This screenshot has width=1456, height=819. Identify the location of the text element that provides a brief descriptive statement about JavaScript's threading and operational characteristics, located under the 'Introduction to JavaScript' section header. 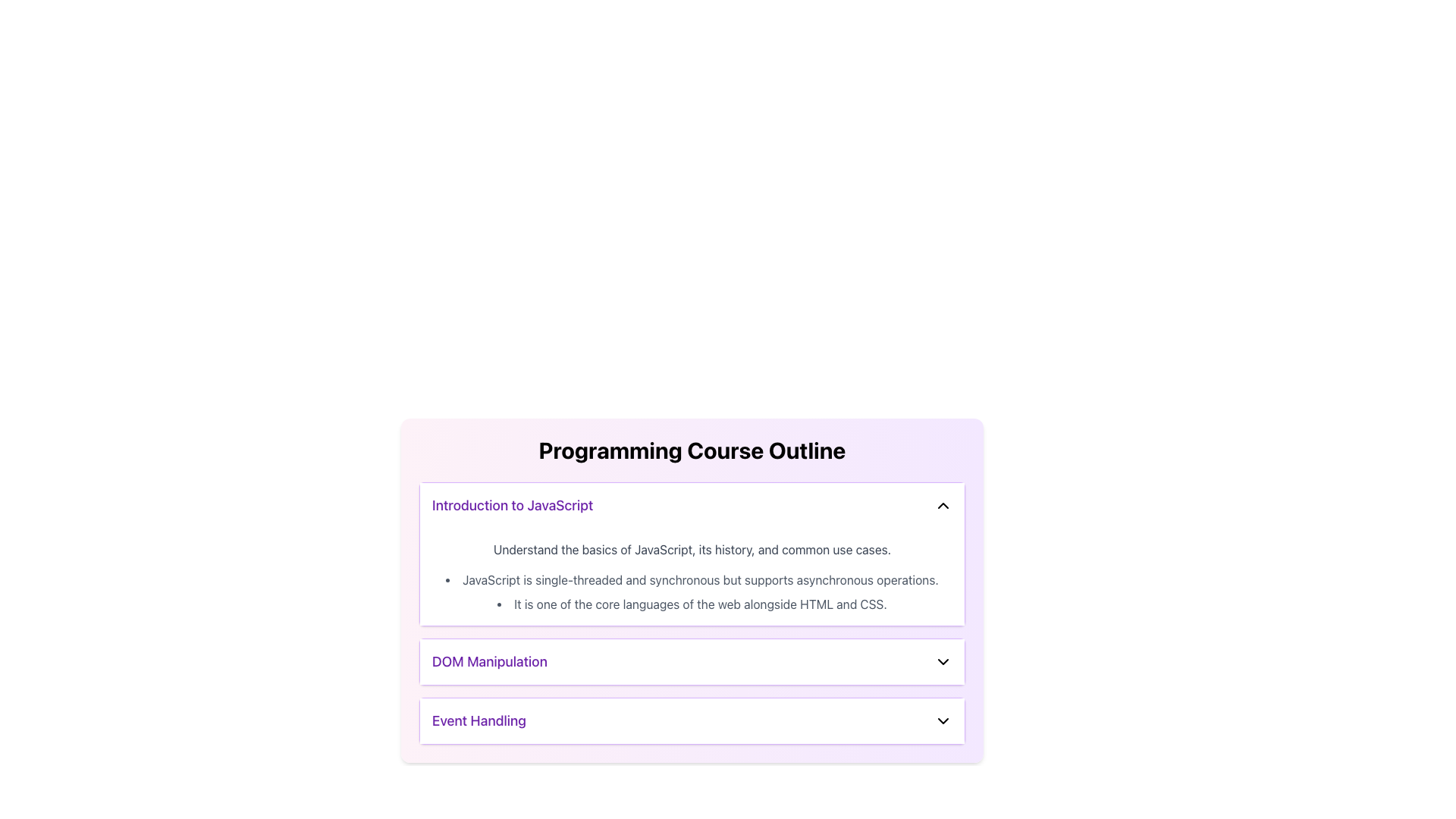
(691, 579).